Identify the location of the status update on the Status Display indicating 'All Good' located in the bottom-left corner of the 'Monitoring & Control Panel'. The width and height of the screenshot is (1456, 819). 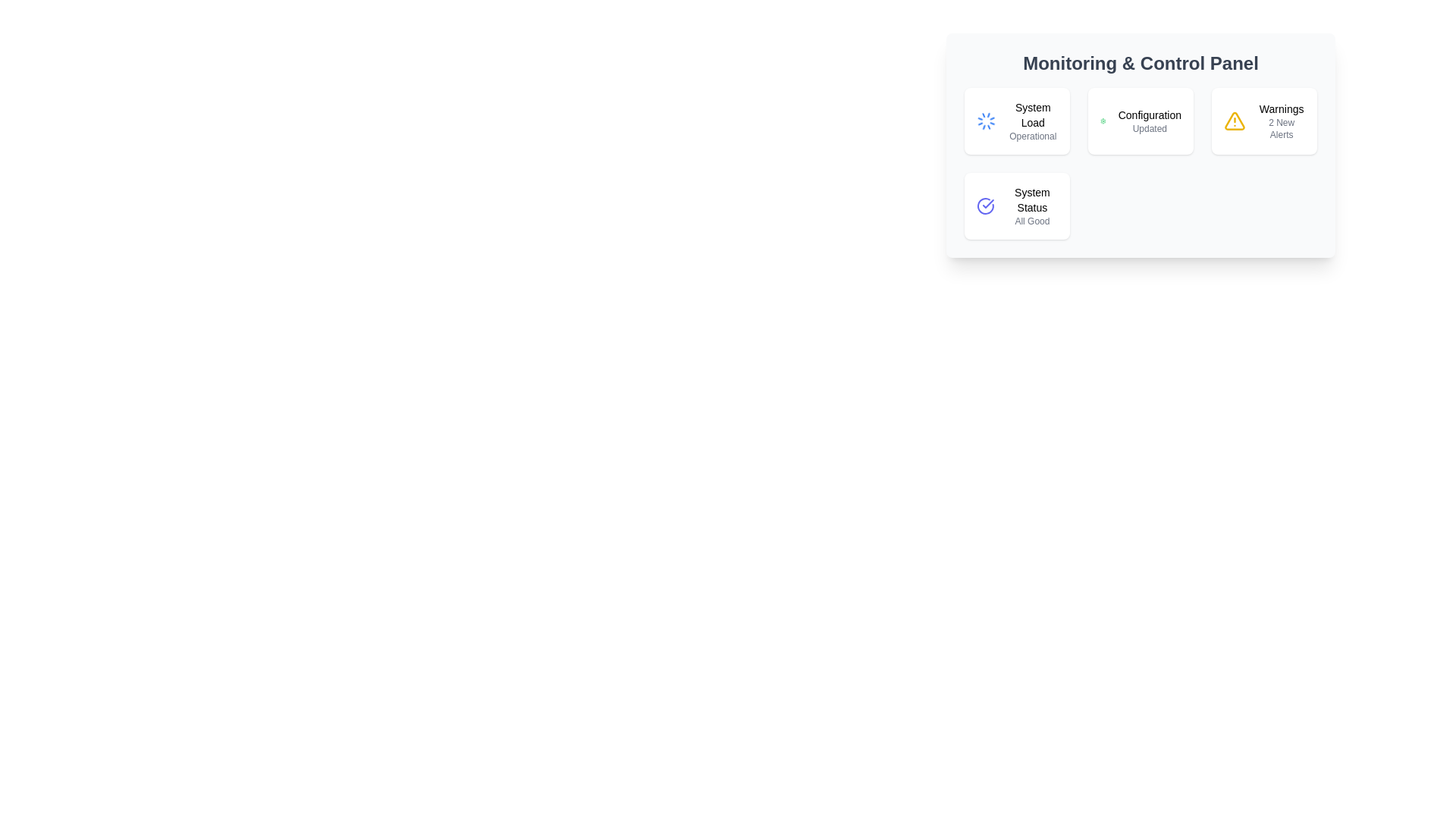
(1031, 206).